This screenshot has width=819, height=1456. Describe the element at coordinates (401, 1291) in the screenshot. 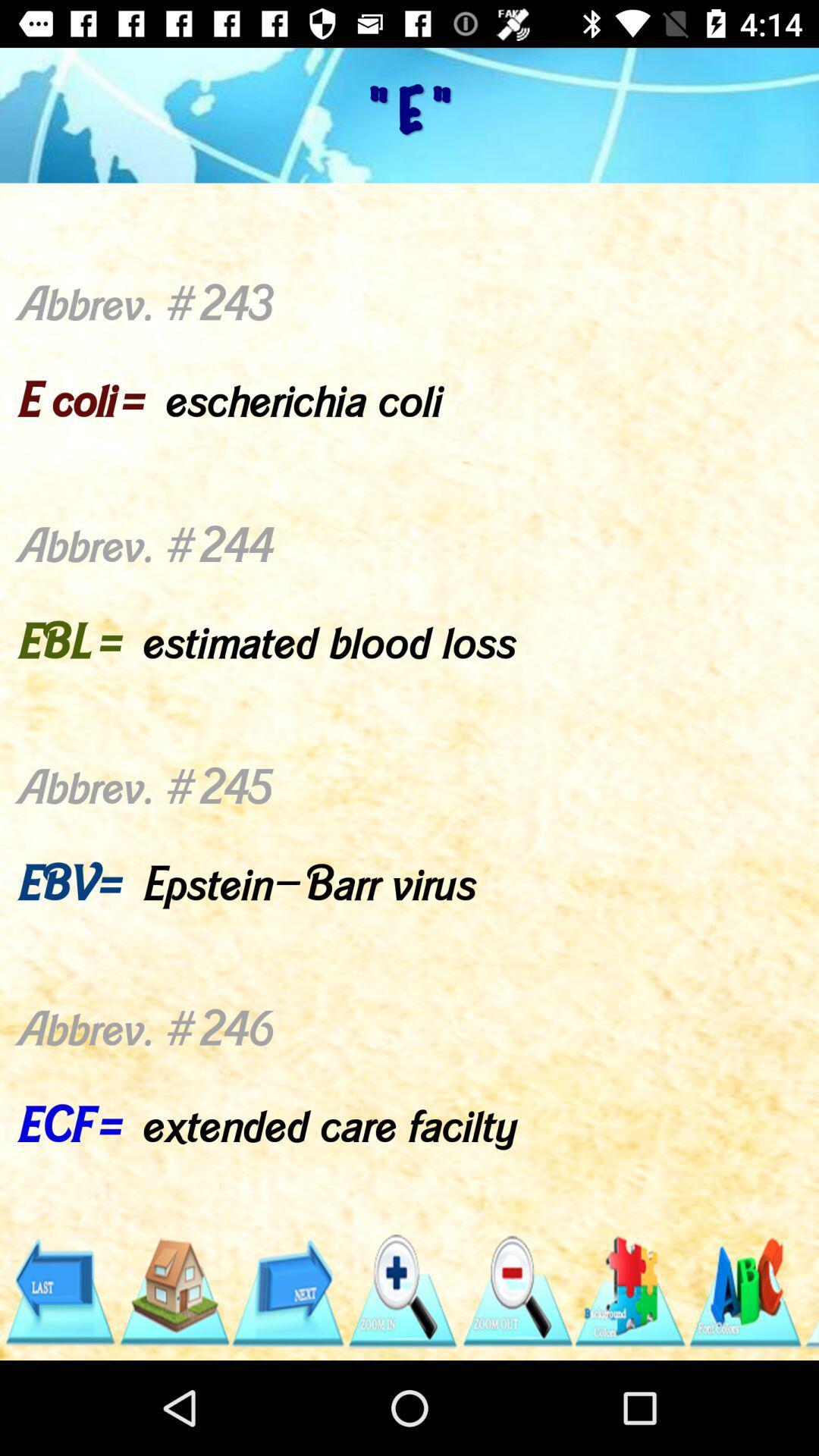

I see `zooms in` at that location.